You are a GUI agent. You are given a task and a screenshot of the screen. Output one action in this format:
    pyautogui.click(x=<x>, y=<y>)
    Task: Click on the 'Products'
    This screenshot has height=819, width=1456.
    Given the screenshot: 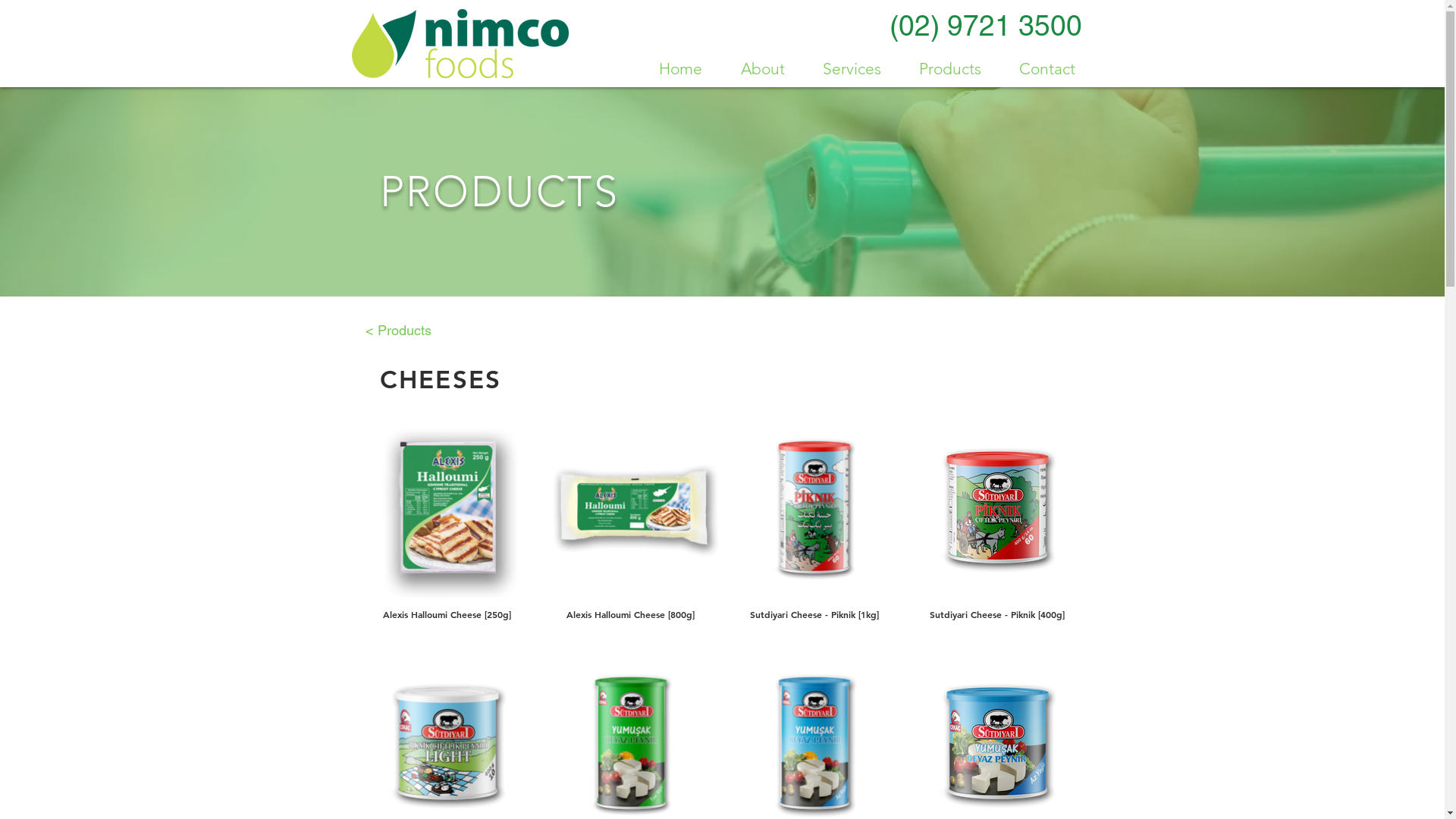 What is the action you would take?
    pyautogui.click(x=899, y=68)
    